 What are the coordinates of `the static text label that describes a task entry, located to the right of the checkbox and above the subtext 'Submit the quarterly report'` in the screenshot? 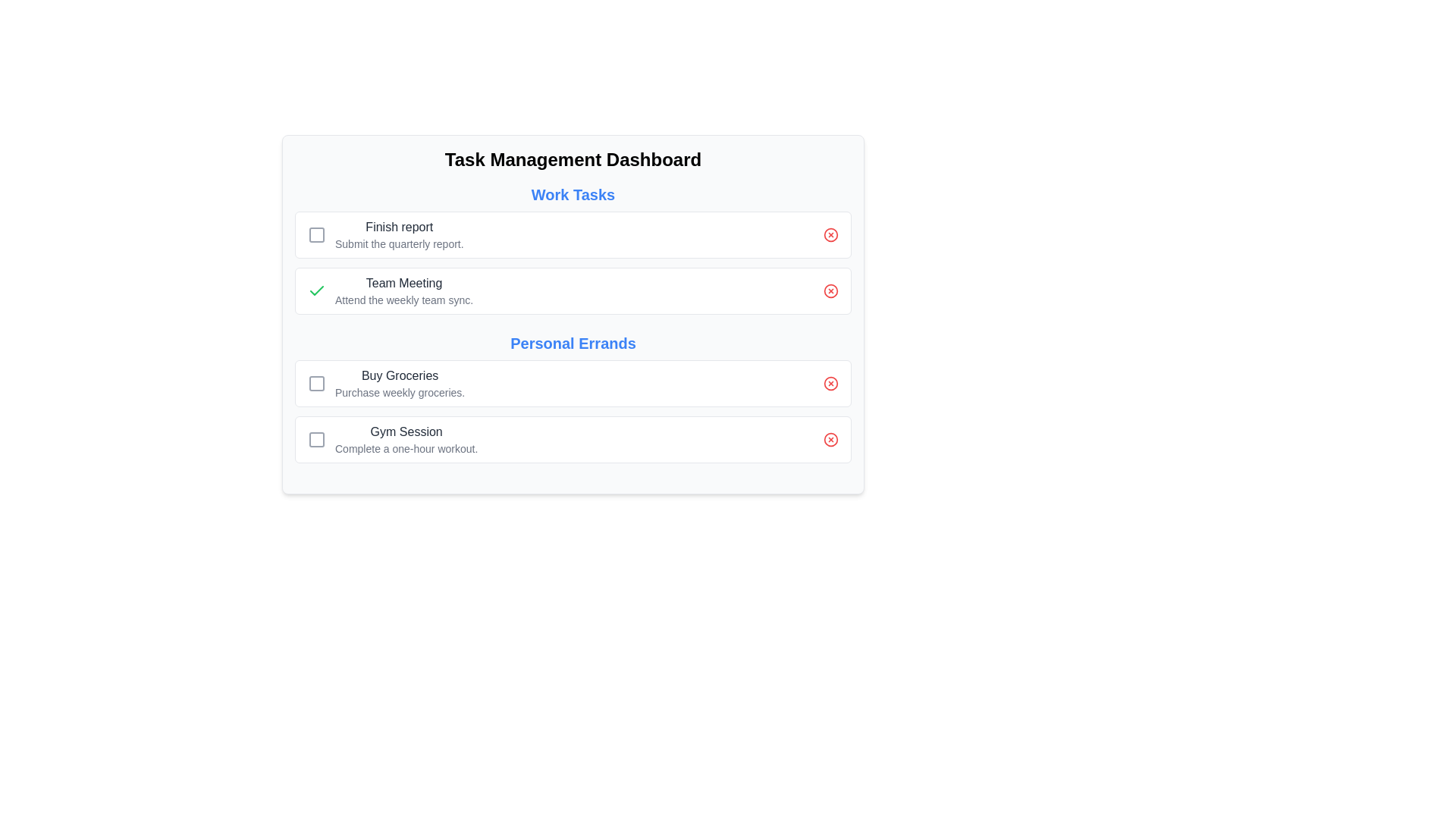 It's located at (399, 227).